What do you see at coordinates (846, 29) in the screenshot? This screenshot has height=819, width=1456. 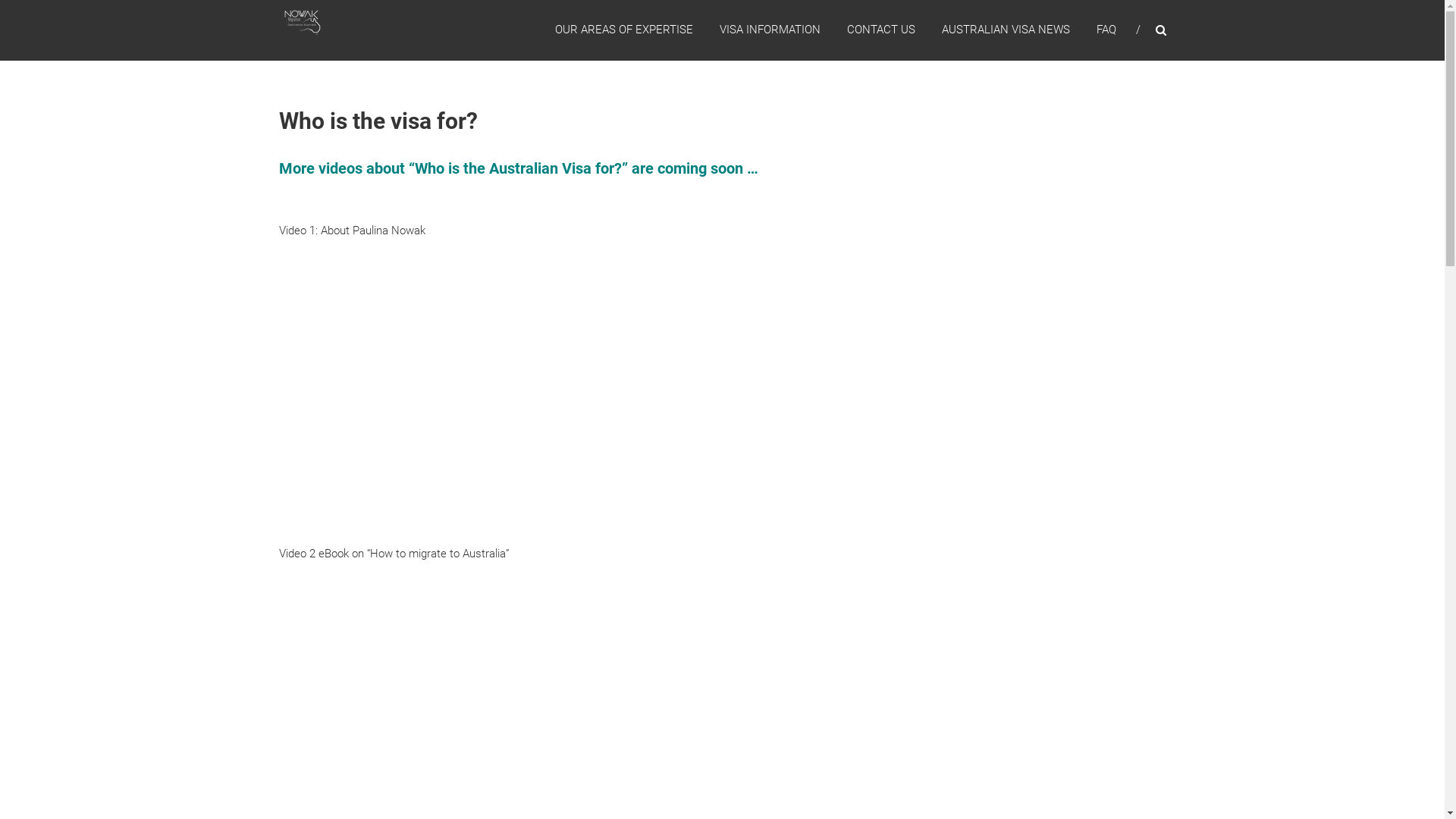 I see `'CONTACT US'` at bounding box center [846, 29].